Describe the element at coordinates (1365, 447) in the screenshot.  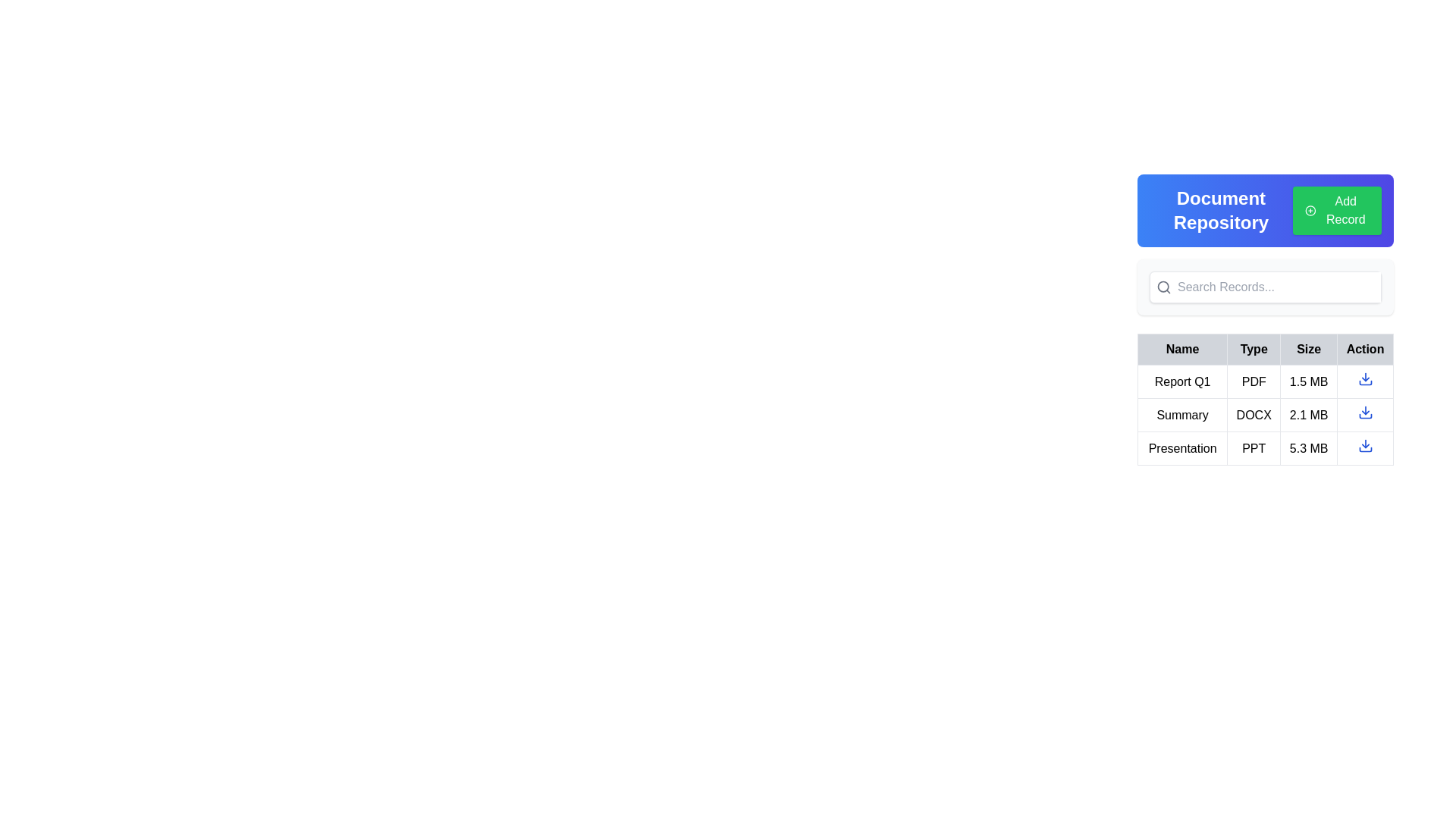
I see `the download IconButton located in the Action column corresponding to the Presentation entry in the table` at that location.